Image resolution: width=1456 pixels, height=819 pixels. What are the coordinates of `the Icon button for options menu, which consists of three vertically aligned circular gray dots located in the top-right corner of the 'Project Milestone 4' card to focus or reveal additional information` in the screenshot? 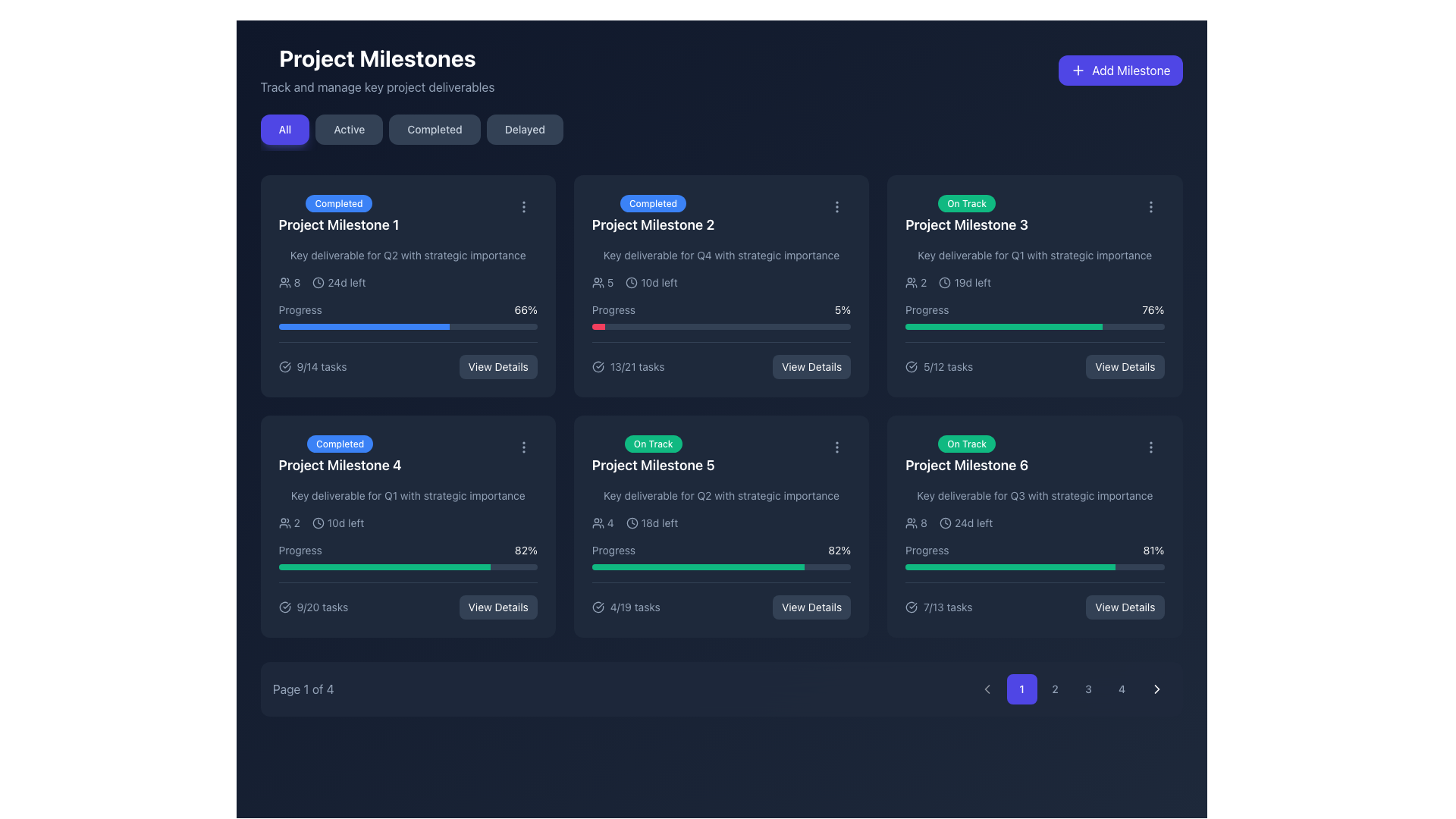 It's located at (523, 447).